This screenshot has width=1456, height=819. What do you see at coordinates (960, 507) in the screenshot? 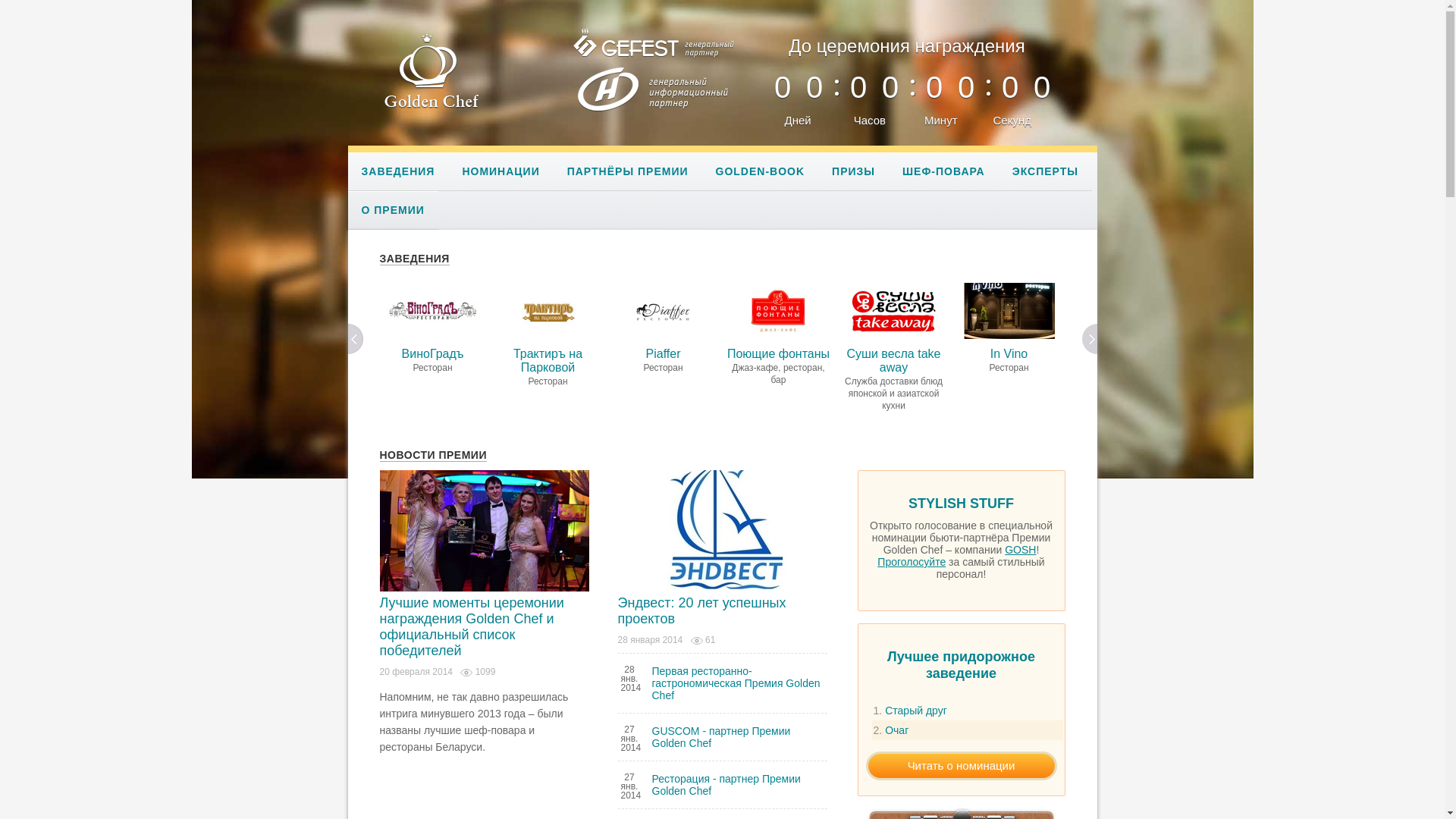
I see `'STYLISH STUFF'` at bounding box center [960, 507].